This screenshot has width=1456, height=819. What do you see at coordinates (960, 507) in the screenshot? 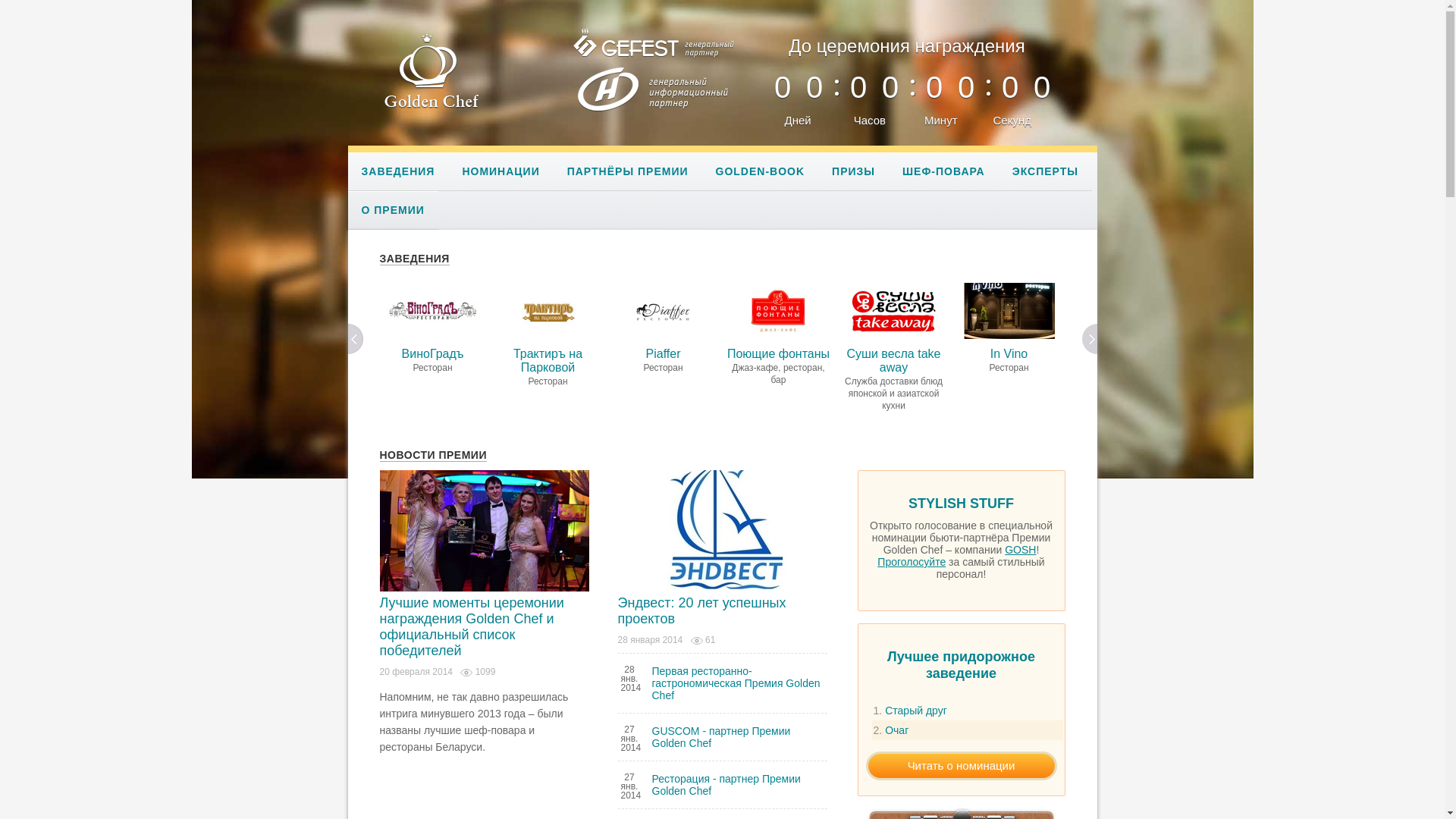
I see `'STYLISH STUFF'` at bounding box center [960, 507].